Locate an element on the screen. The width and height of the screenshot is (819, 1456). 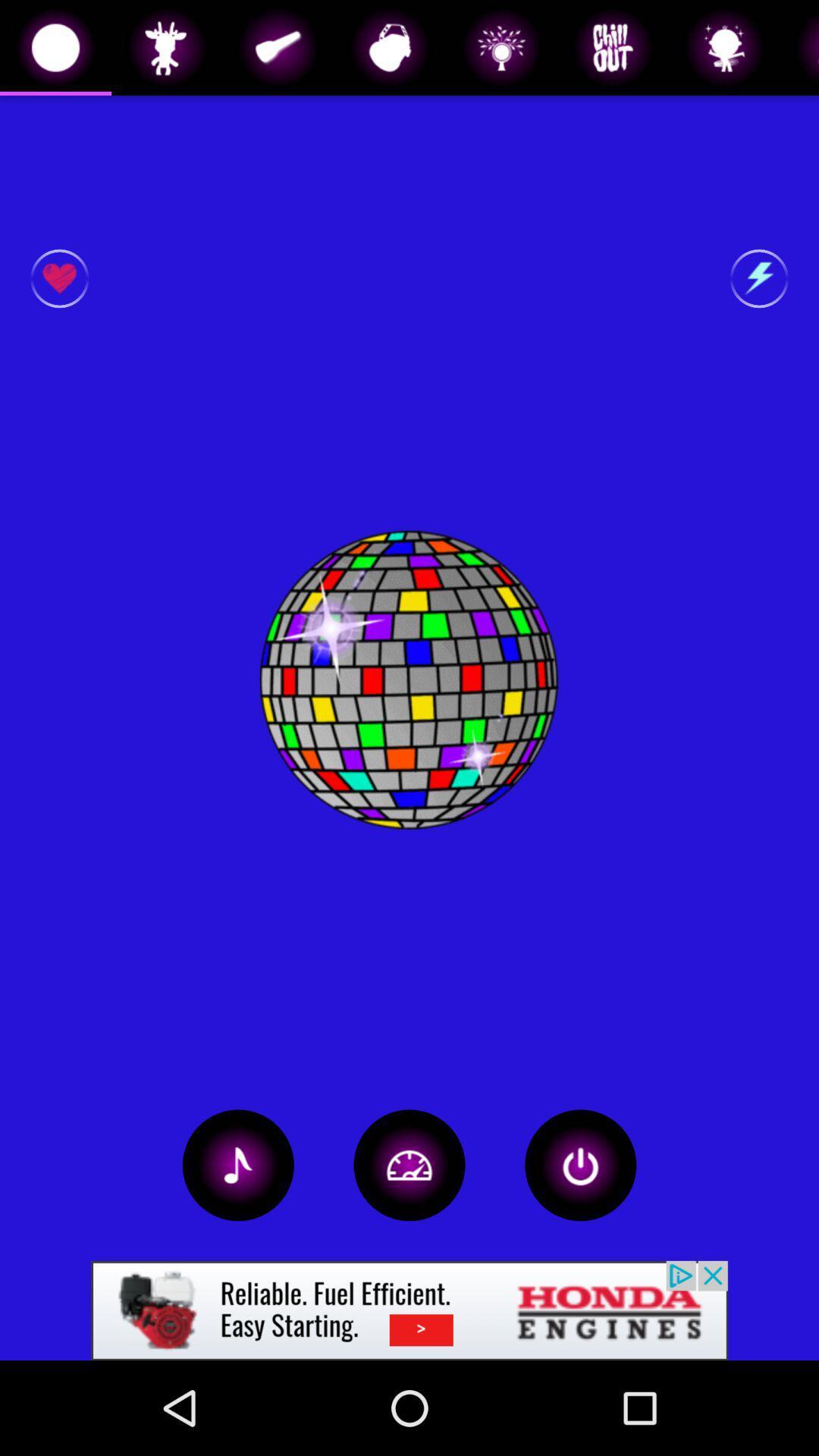
love button is located at coordinates (58, 278).